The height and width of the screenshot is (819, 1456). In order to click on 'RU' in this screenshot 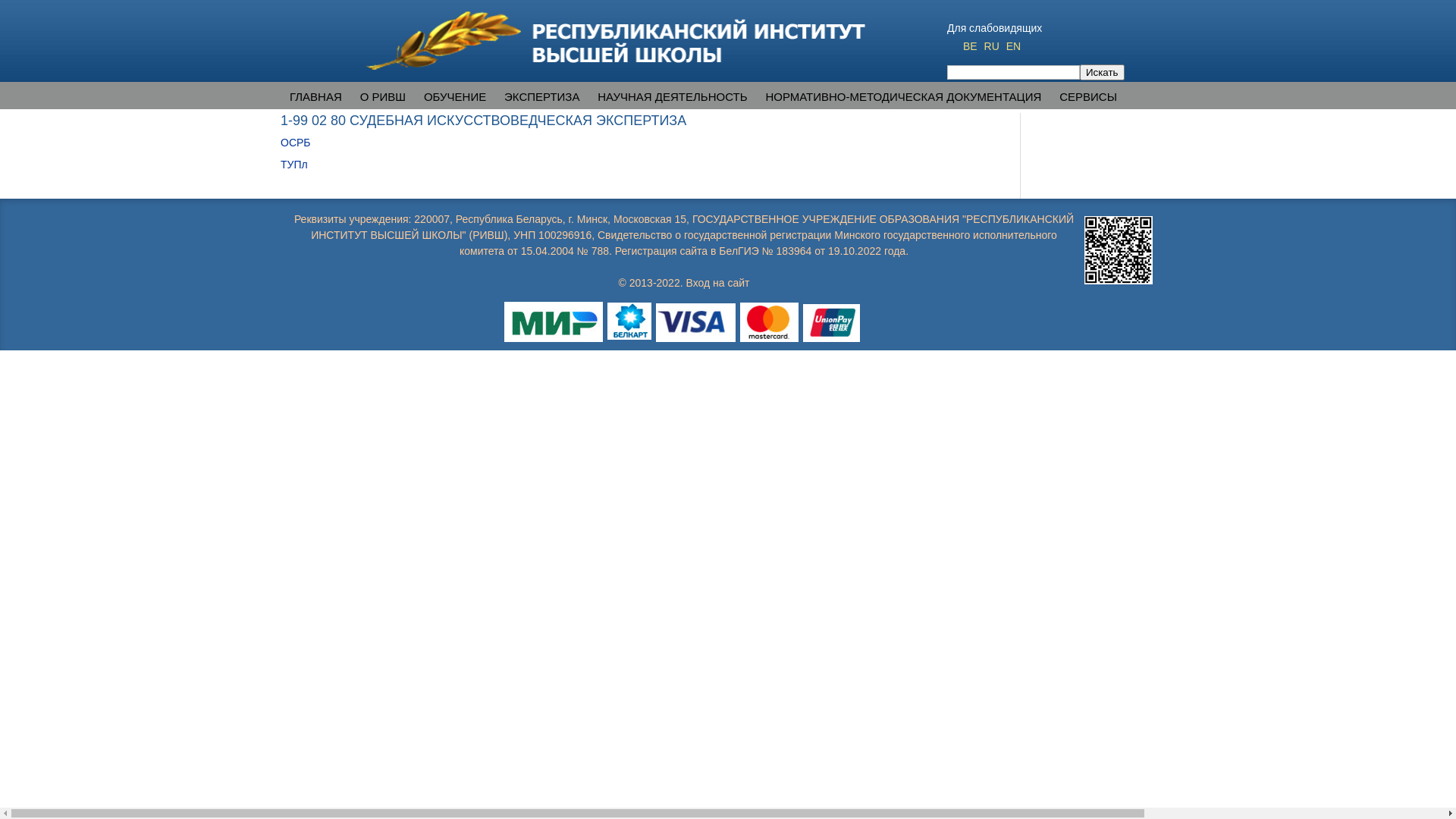, I will do `click(993, 45)`.